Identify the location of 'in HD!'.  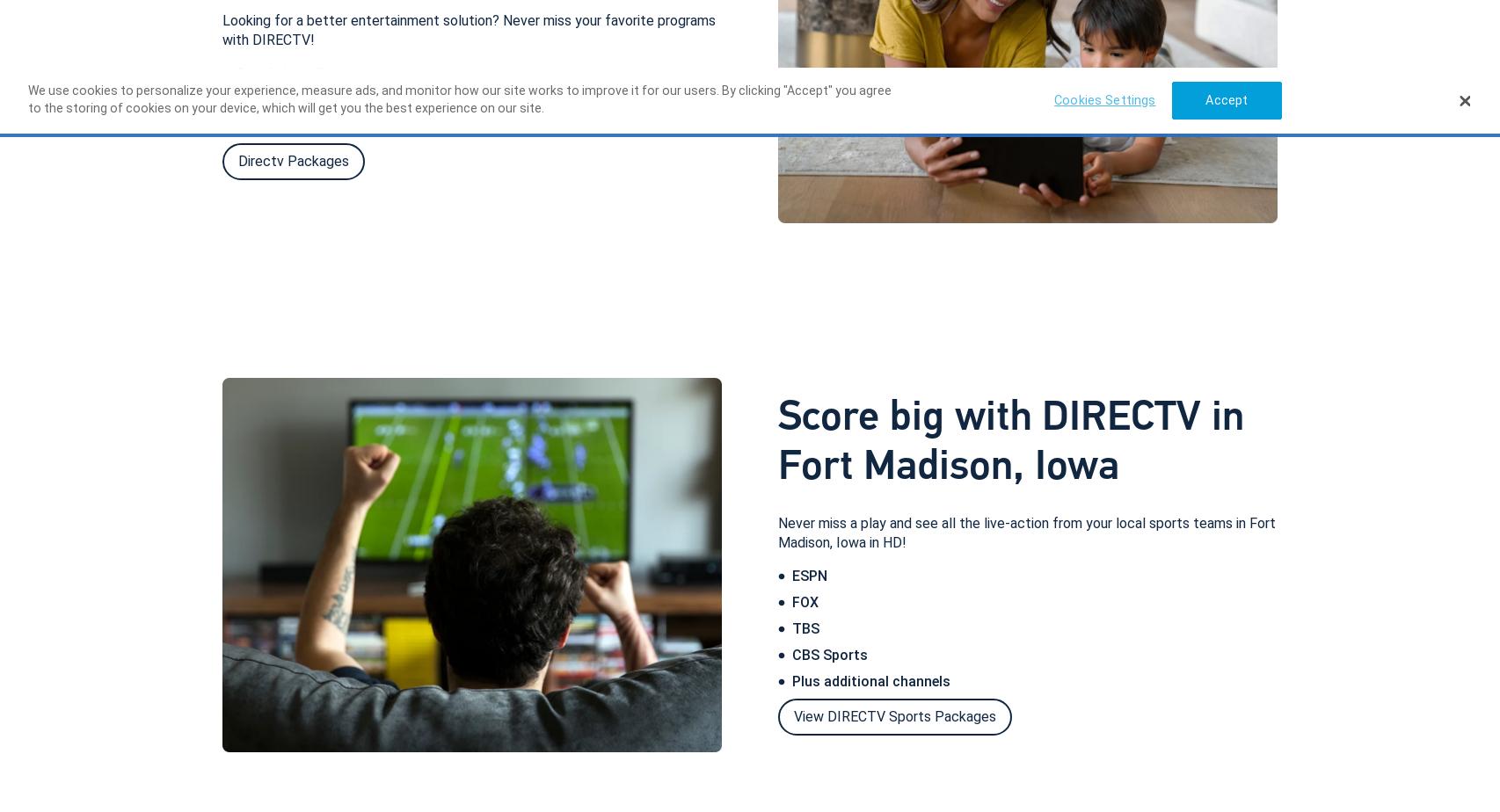
(886, 541).